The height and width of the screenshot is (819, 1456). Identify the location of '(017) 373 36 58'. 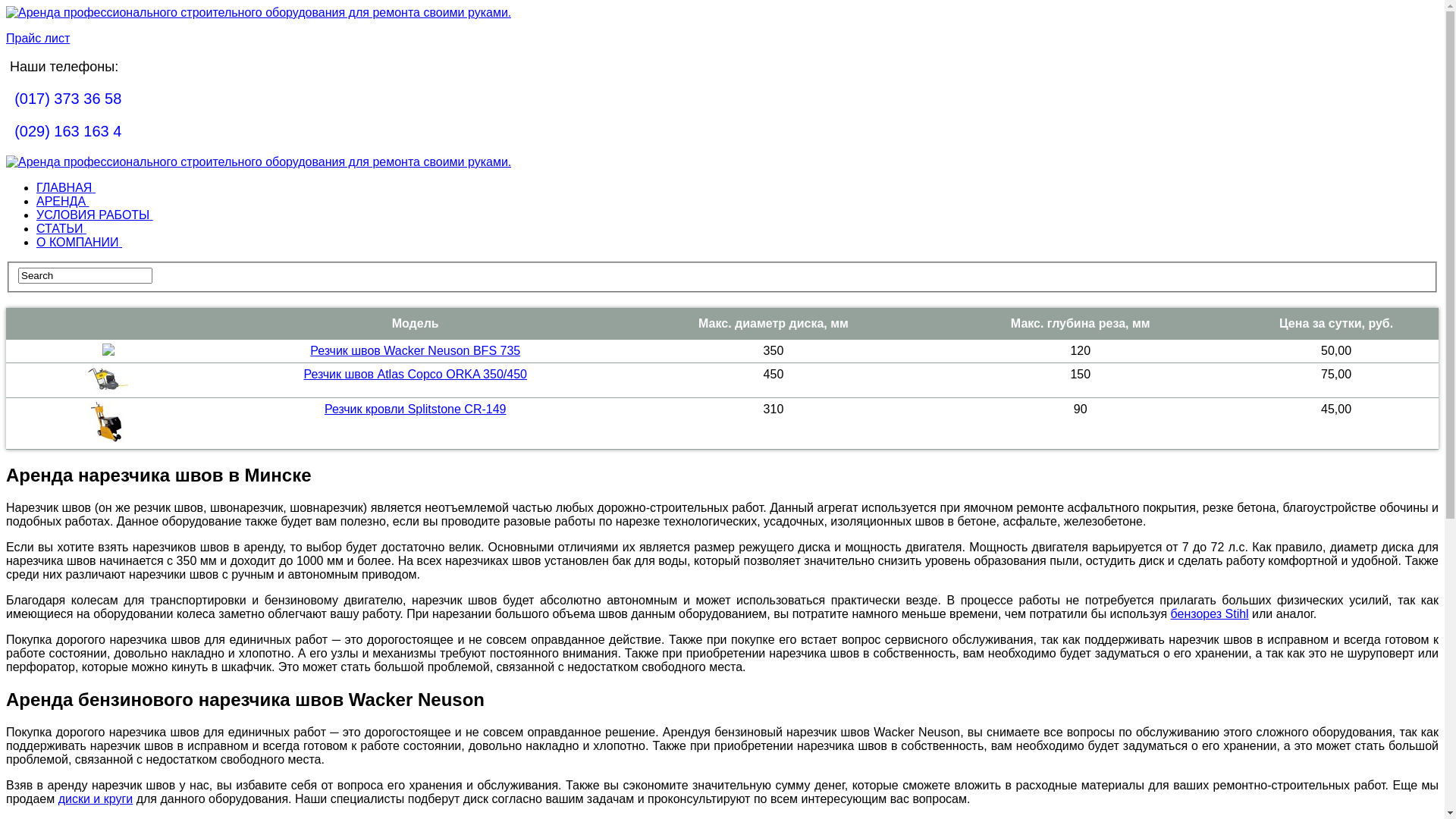
(67, 99).